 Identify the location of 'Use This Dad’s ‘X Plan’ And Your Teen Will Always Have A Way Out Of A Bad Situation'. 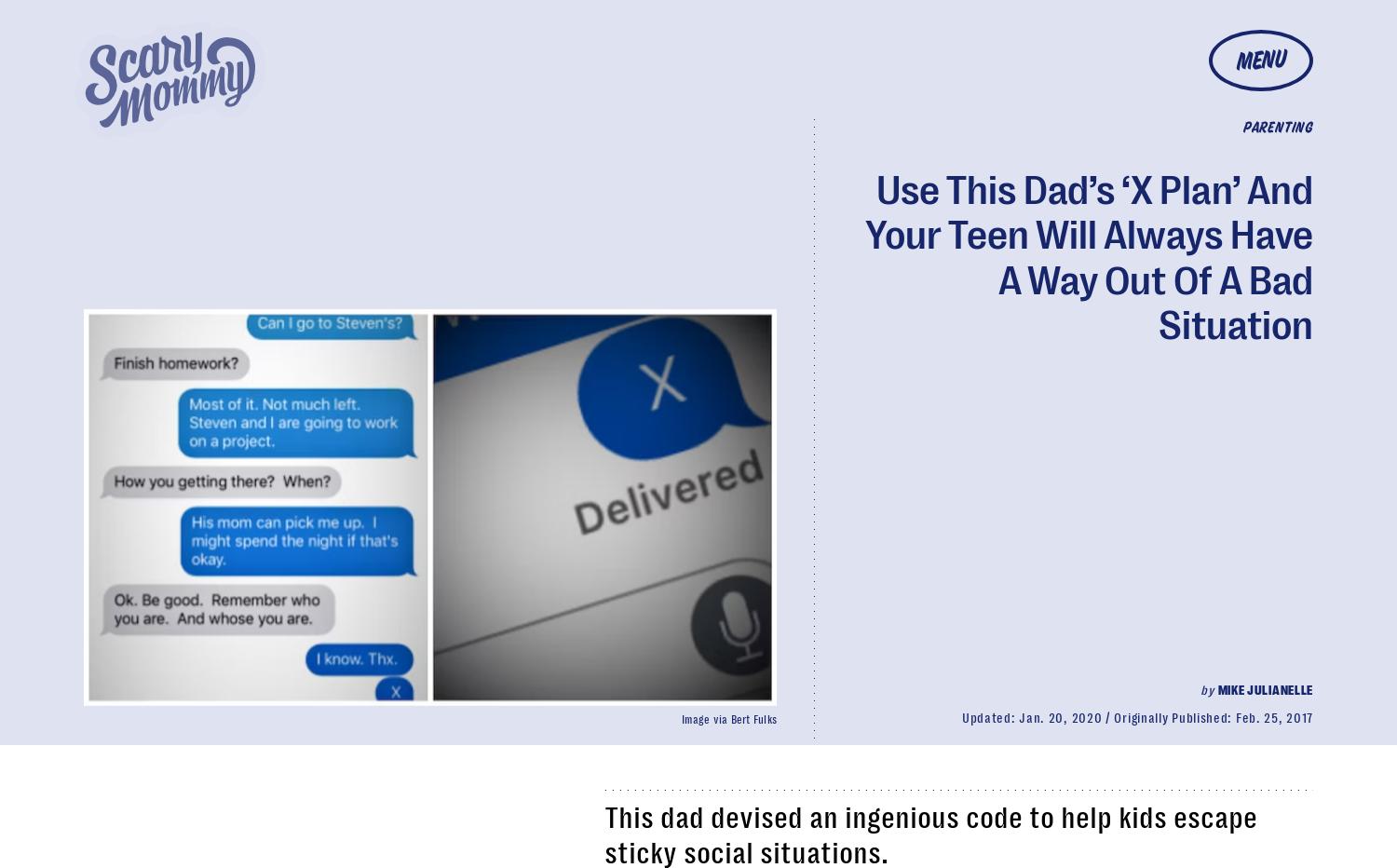
(1089, 255).